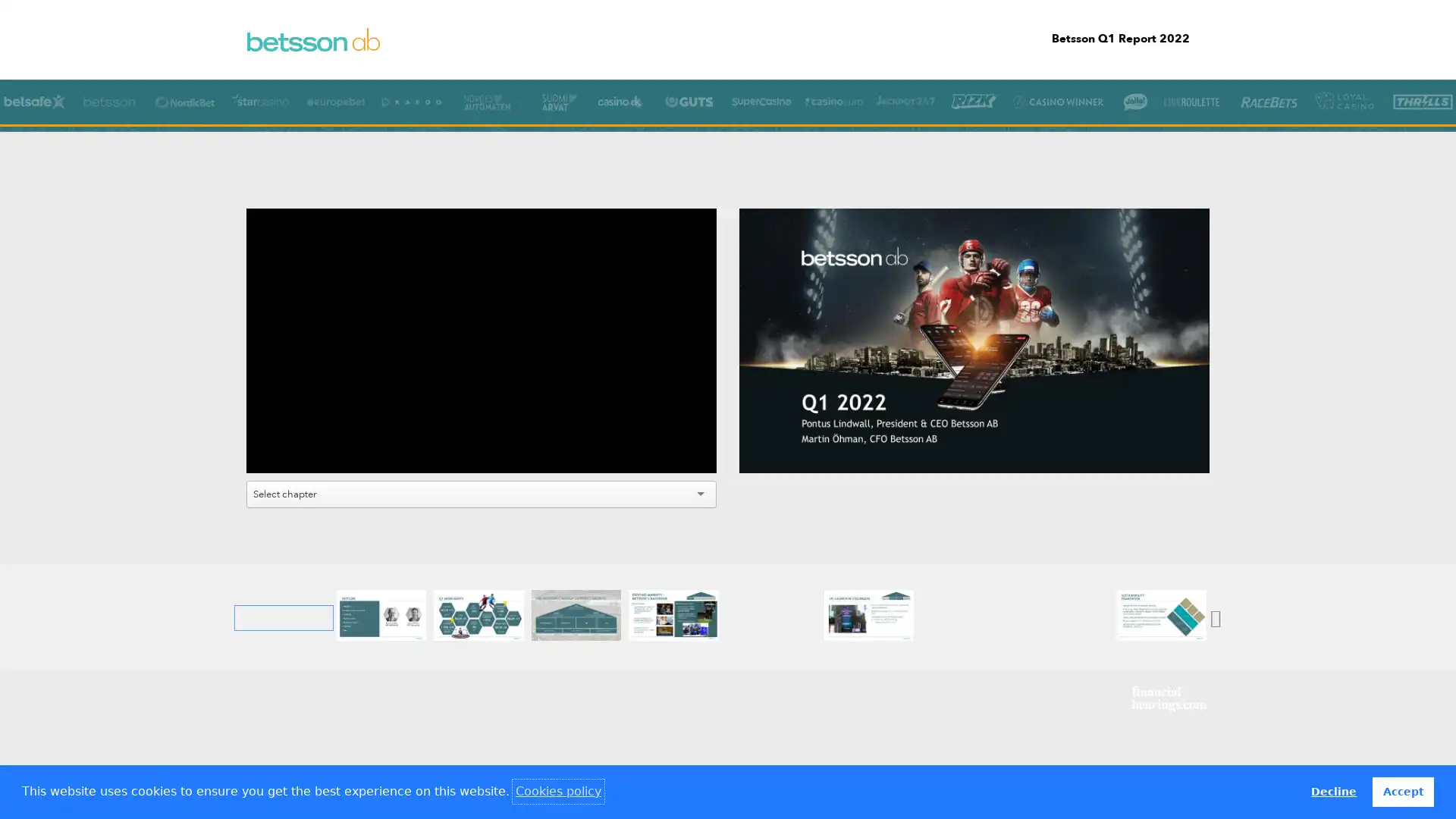 This screenshot has height=819, width=1456. Describe the element at coordinates (669, 449) in the screenshot. I see `Settings` at that location.